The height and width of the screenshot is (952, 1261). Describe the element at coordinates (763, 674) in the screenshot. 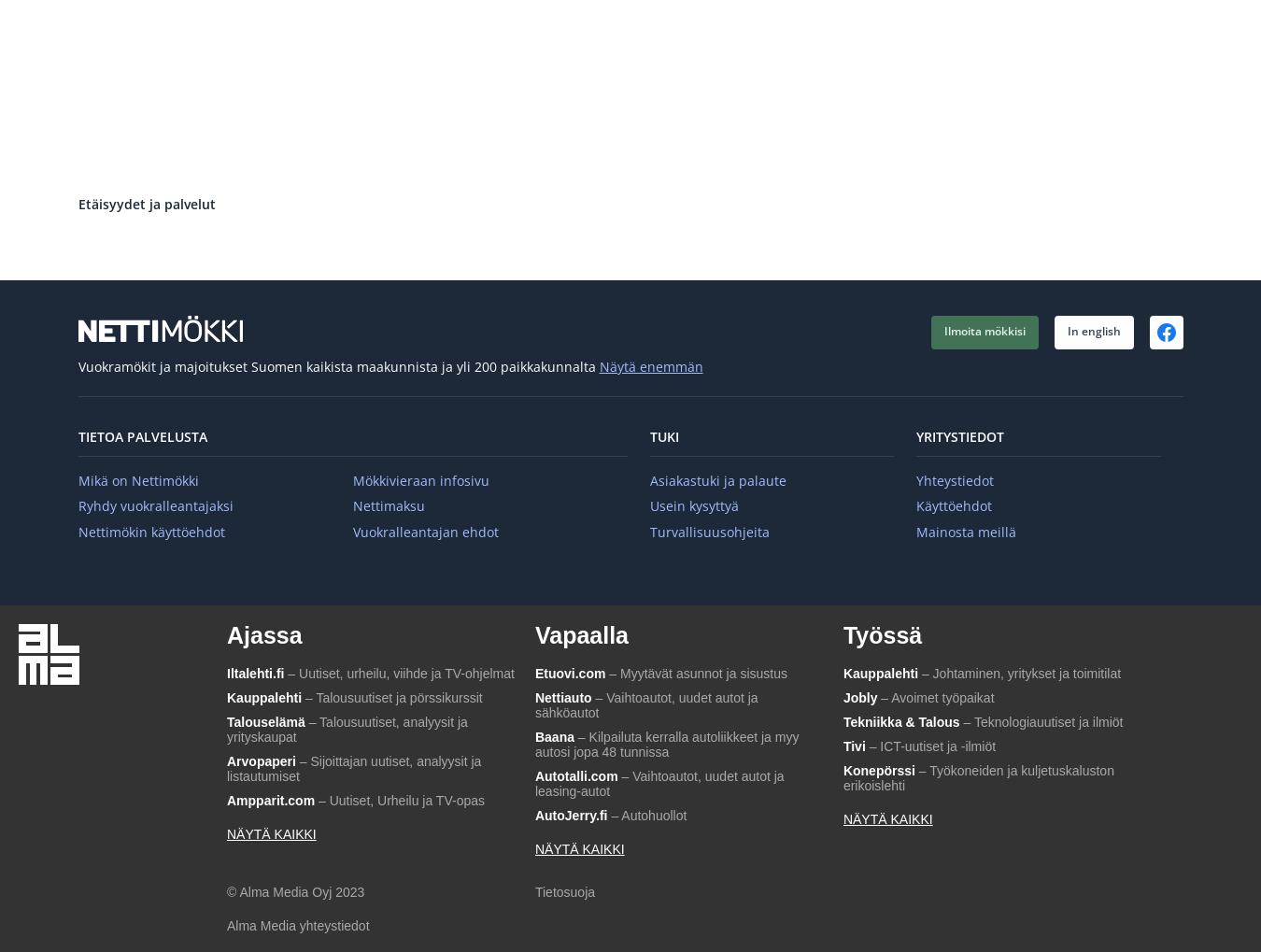

I see `'sisustus'` at that location.